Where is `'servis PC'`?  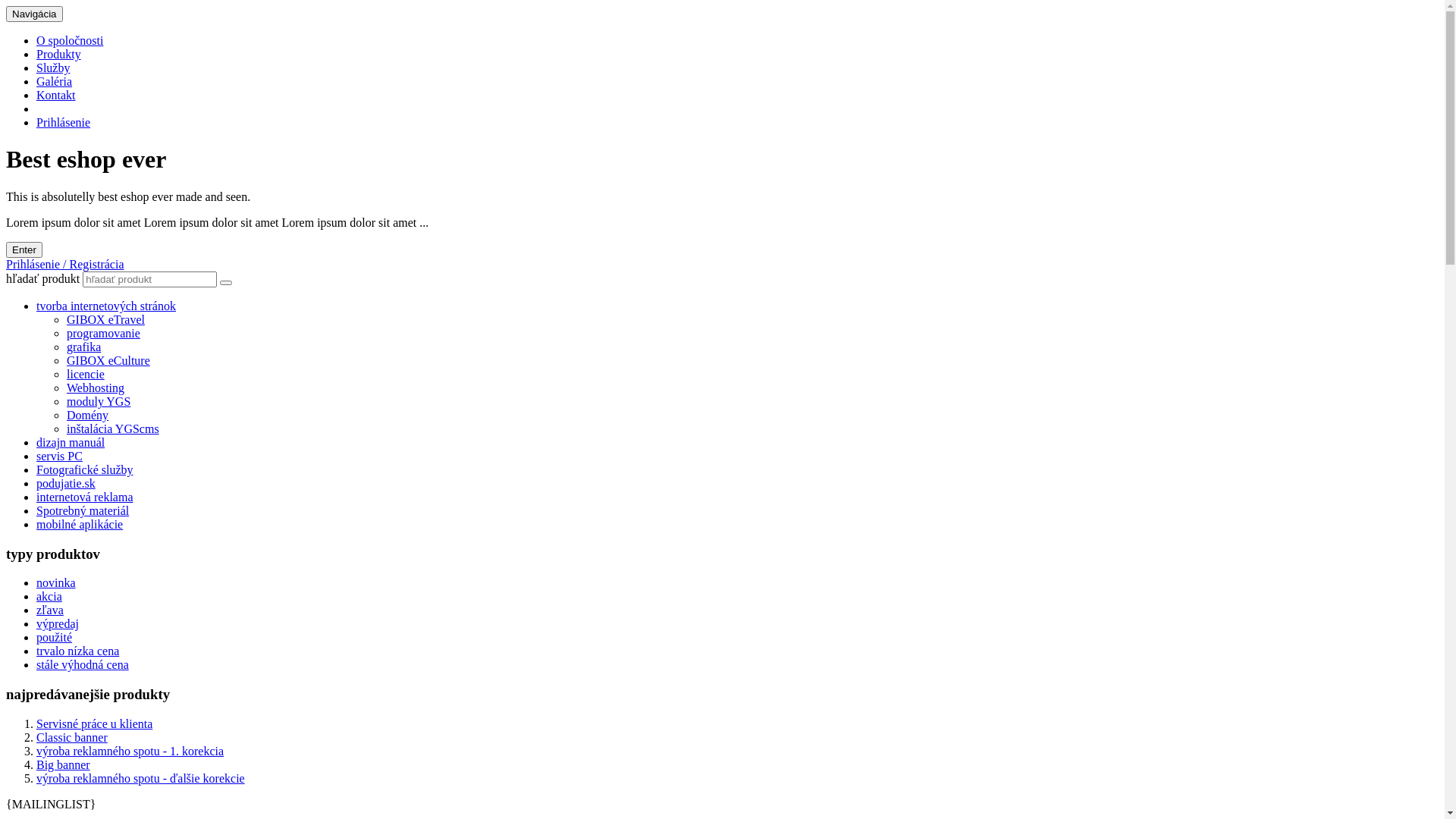 'servis PC' is located at coordinates (59, 455).